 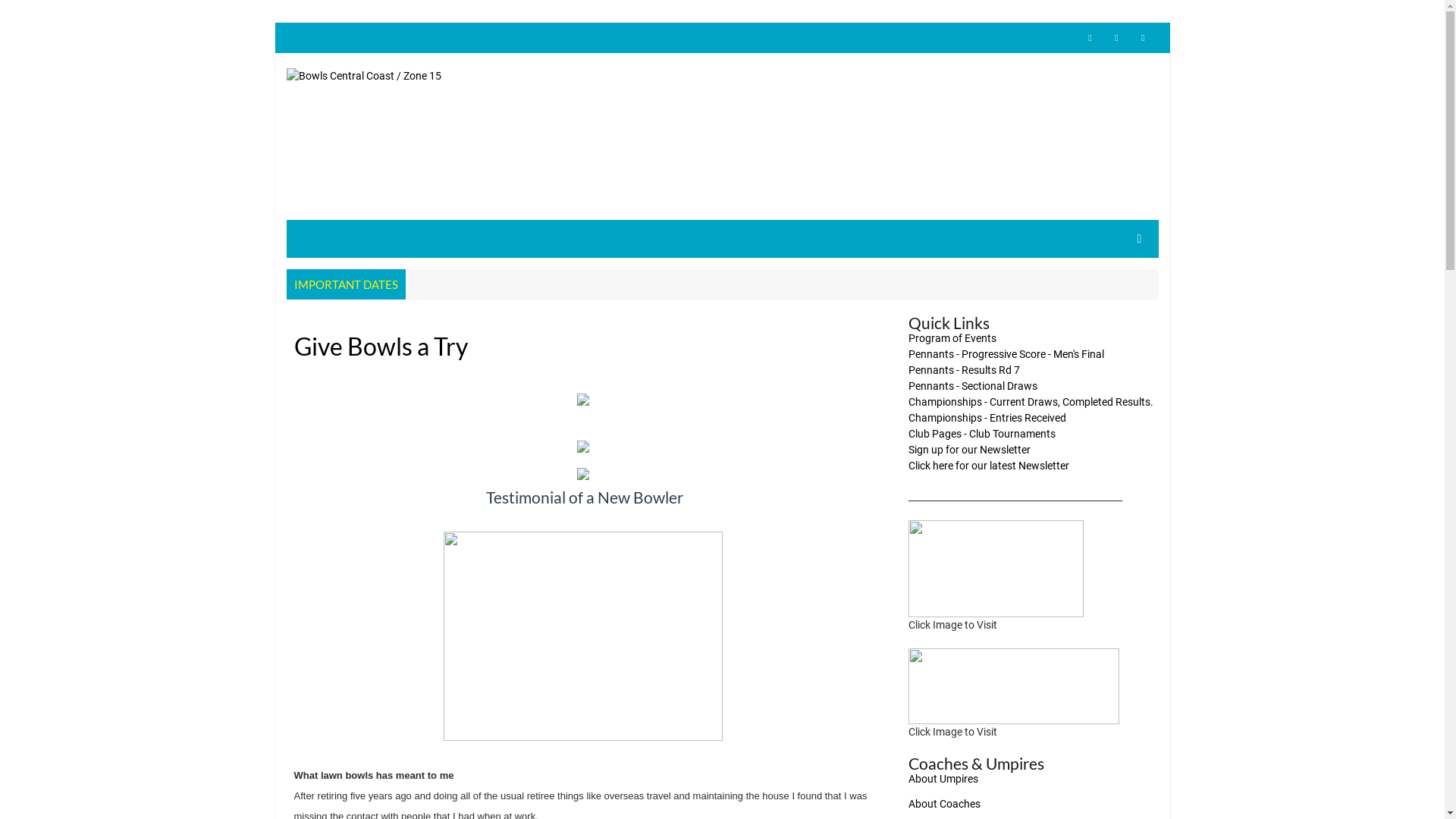 What do you see at coordinates (987, 418) in the screenshot?
I see `'Championships - Entries Received'` at bounding box center [987, 418].